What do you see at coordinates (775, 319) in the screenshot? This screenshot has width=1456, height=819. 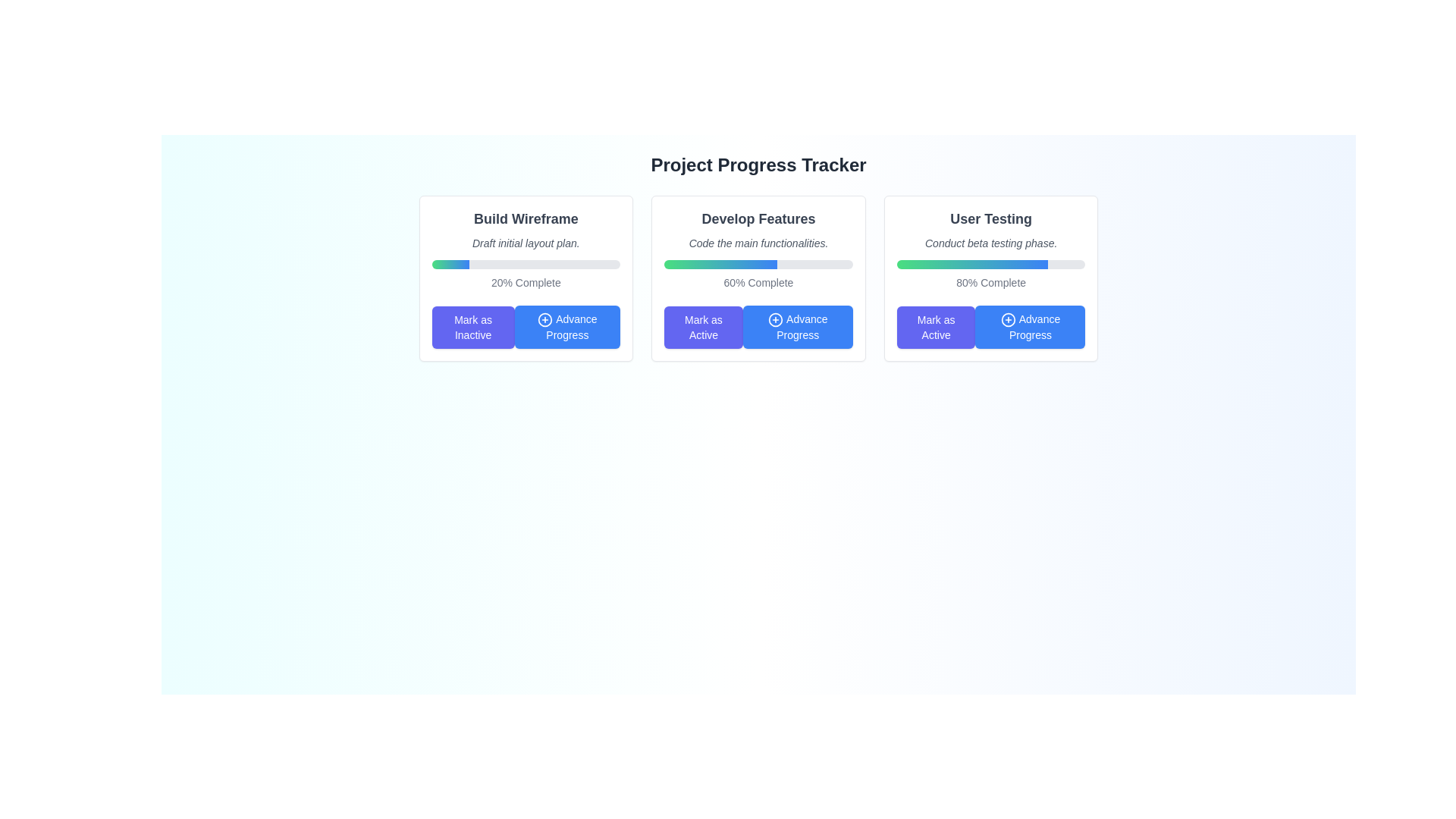 I see `the icon representing the 'Advance Progress' button on the second card titled 'Develop Features' in the 'Project Progress Tracker' section` at bounding box center [775, 319].